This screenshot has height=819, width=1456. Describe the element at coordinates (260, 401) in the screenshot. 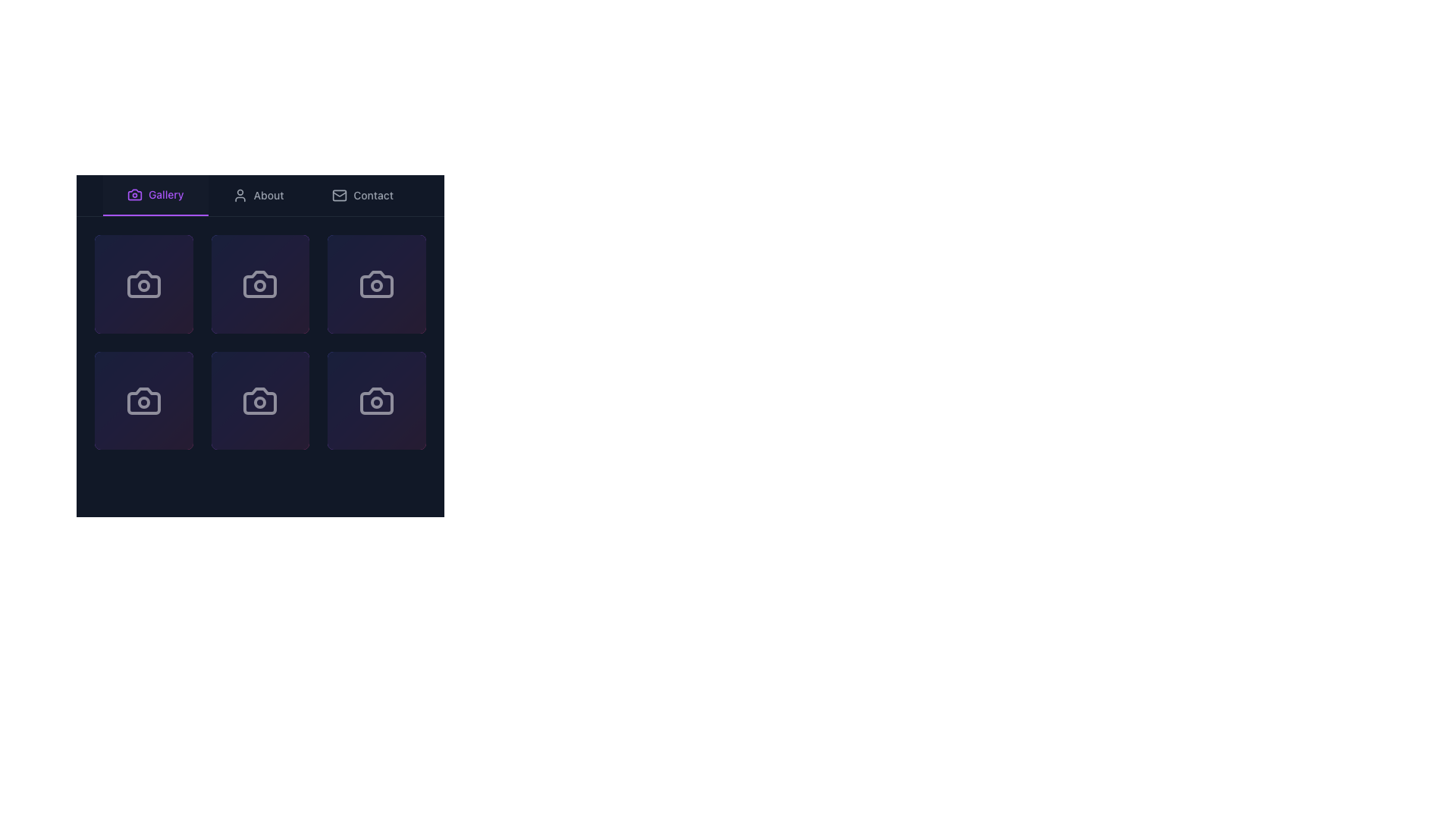

I see `the small circular graphic detail at the center of the camera icon, which is part of a 3x2 grid of icons` at that location.